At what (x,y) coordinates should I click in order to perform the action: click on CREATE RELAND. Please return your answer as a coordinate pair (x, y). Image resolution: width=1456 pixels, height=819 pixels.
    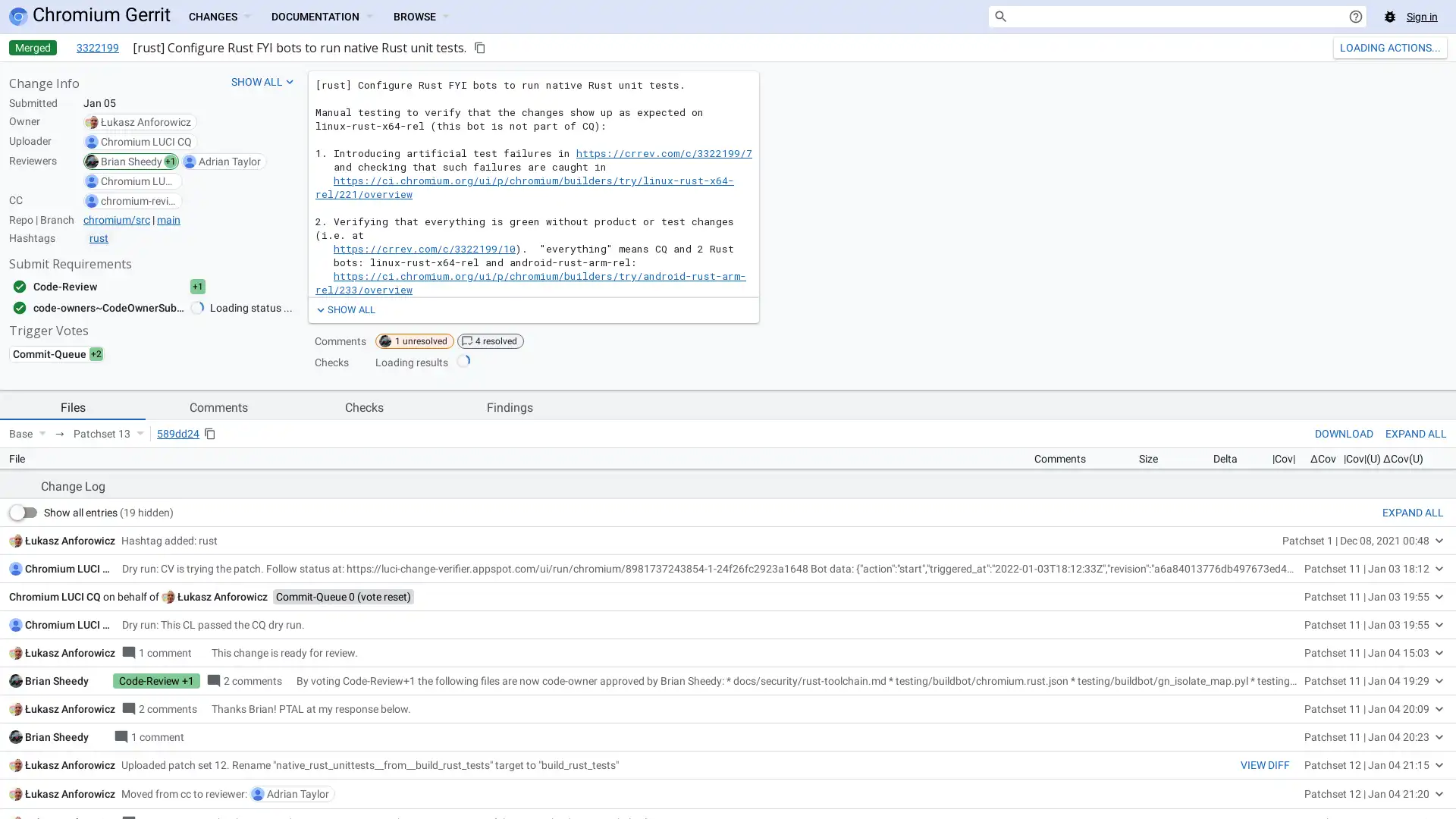
    Looking at the image, I should click on (1376, 46).